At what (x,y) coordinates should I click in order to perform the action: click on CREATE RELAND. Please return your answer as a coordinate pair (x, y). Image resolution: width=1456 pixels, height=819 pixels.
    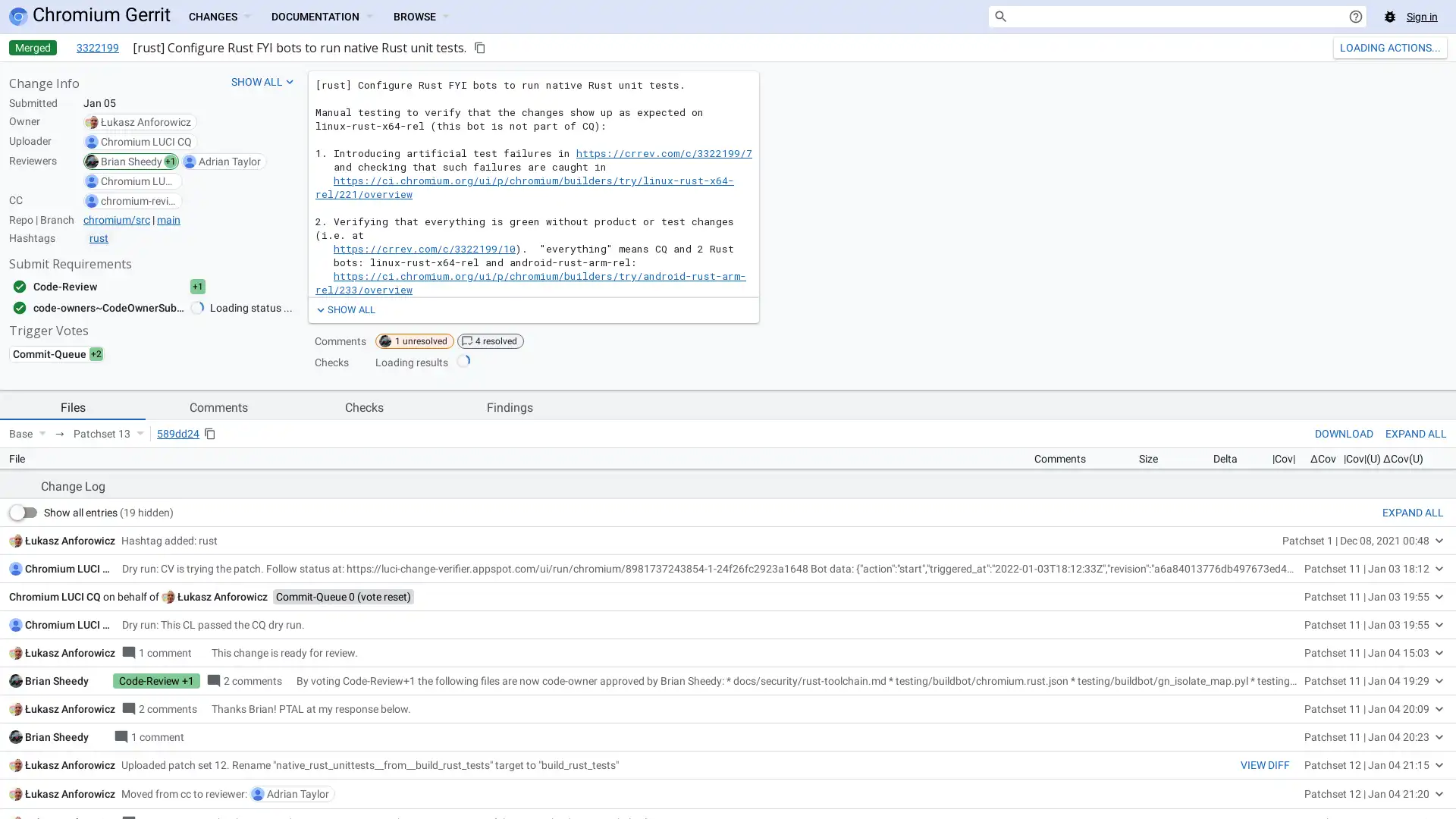
    Looking at the image, I should click on (1376, 46).